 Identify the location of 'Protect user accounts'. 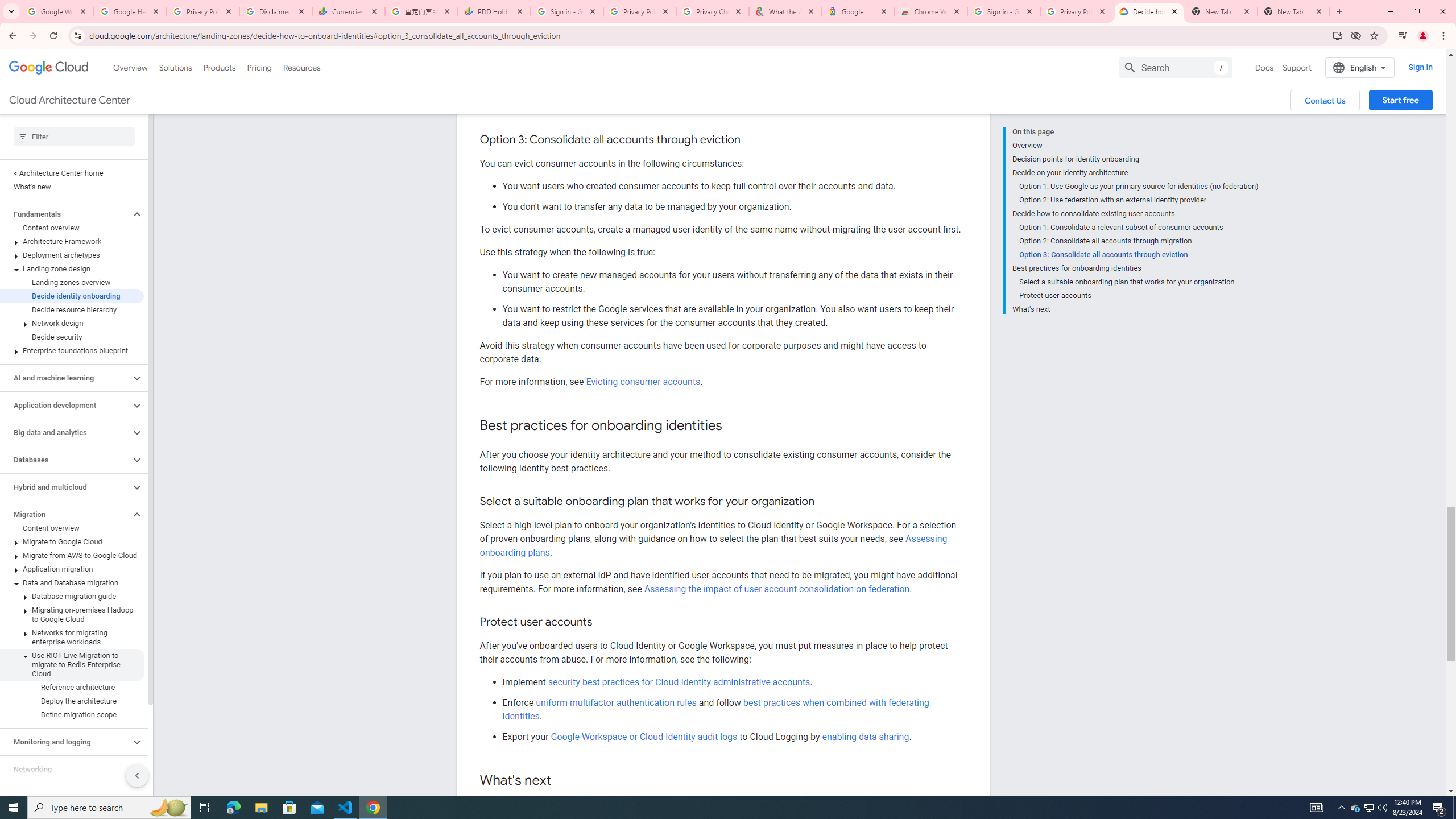
(1138, 295).